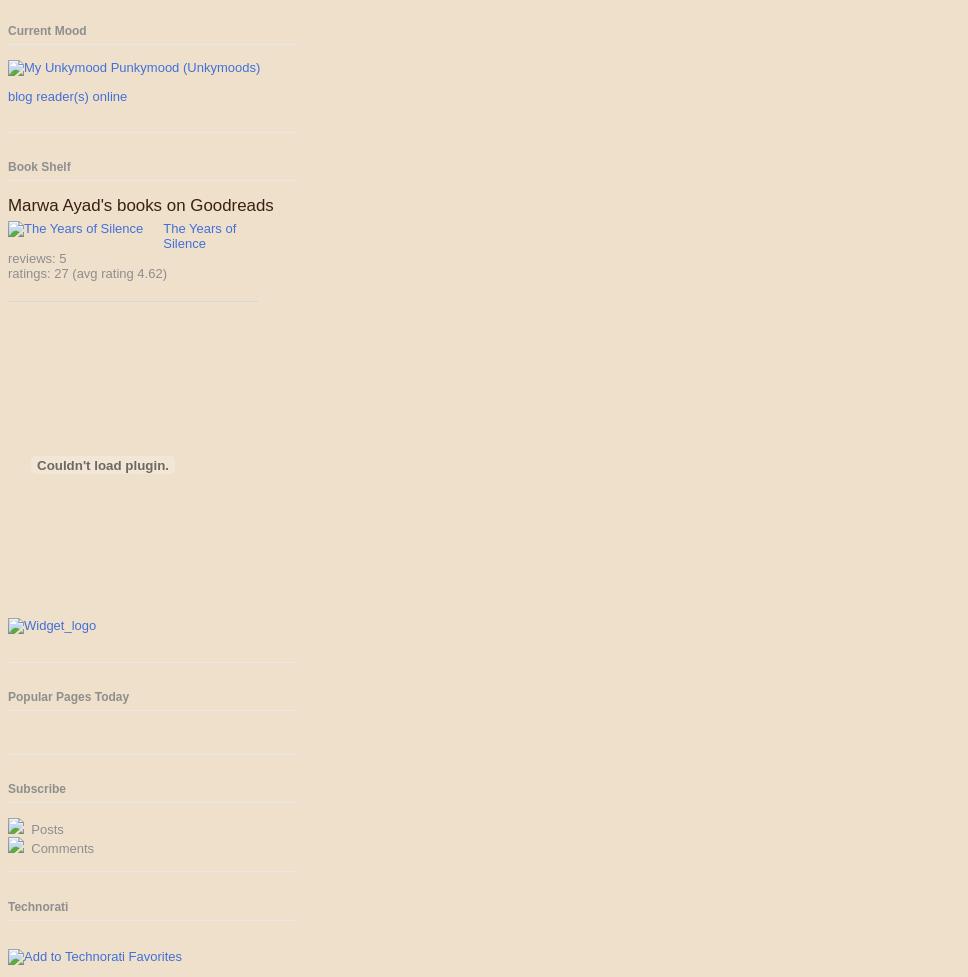  Describe the element at coordinates (59, 847) in the screenshot. I see `'Comments'` at that location.